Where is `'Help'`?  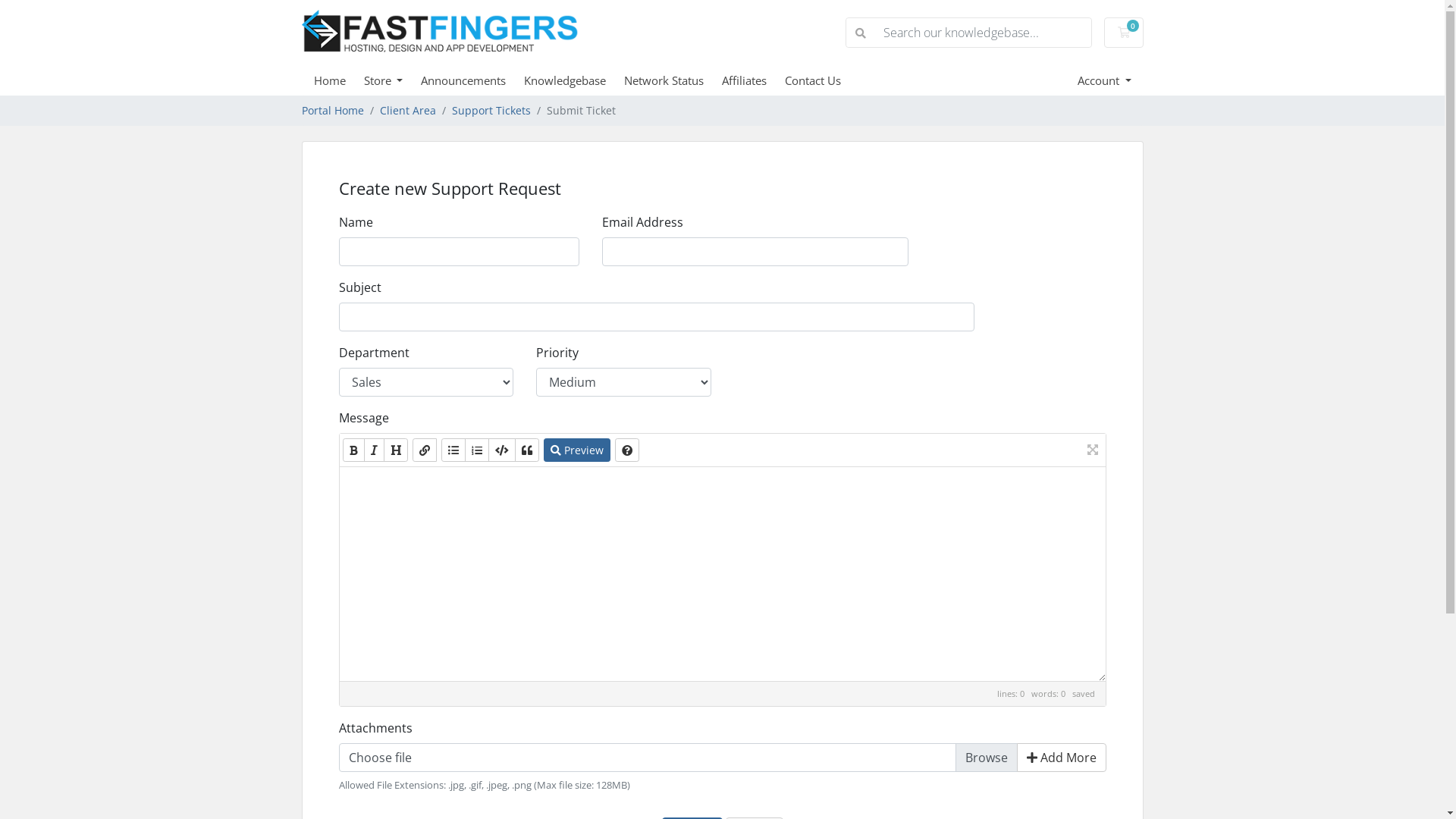 'Help' is located at coordinates (614, 449).